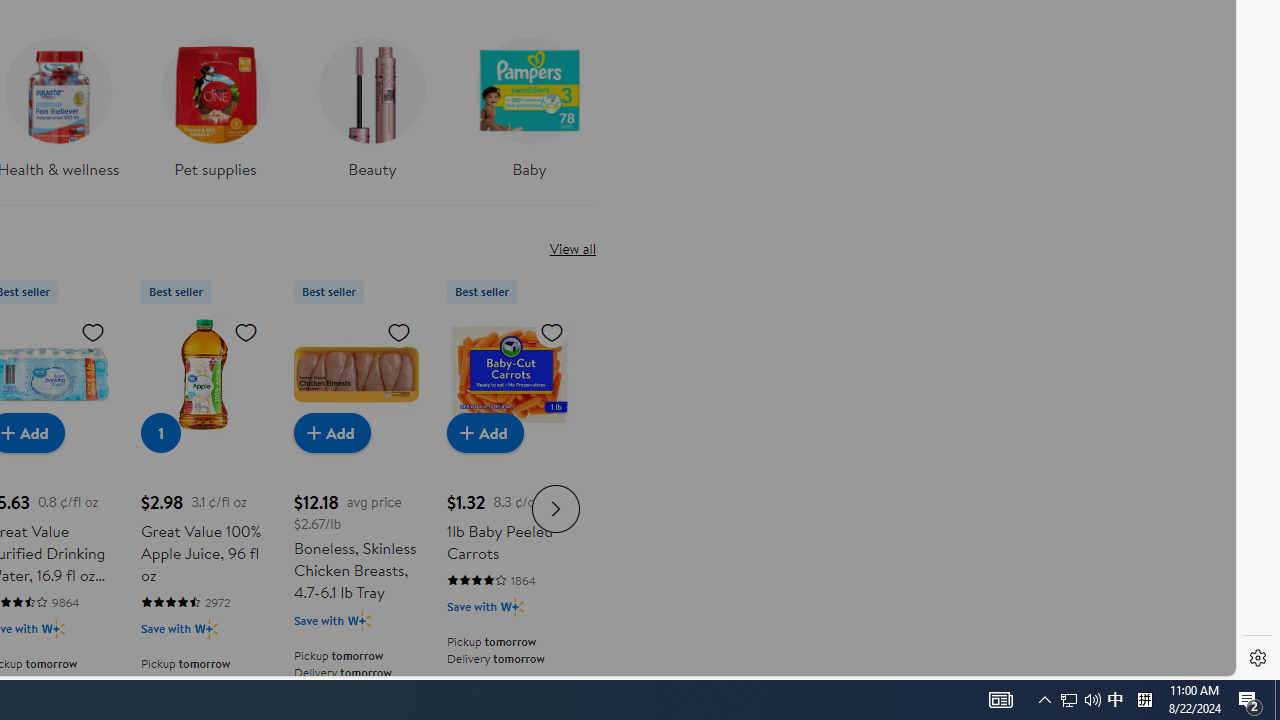 This screenshot has height=720, width=1280. What do you see at coordinates (485, 431) in the screenshot?
I see `'Add to cart - 1lb Baby Peeled Carrots'` at bounding box center [485, 431].